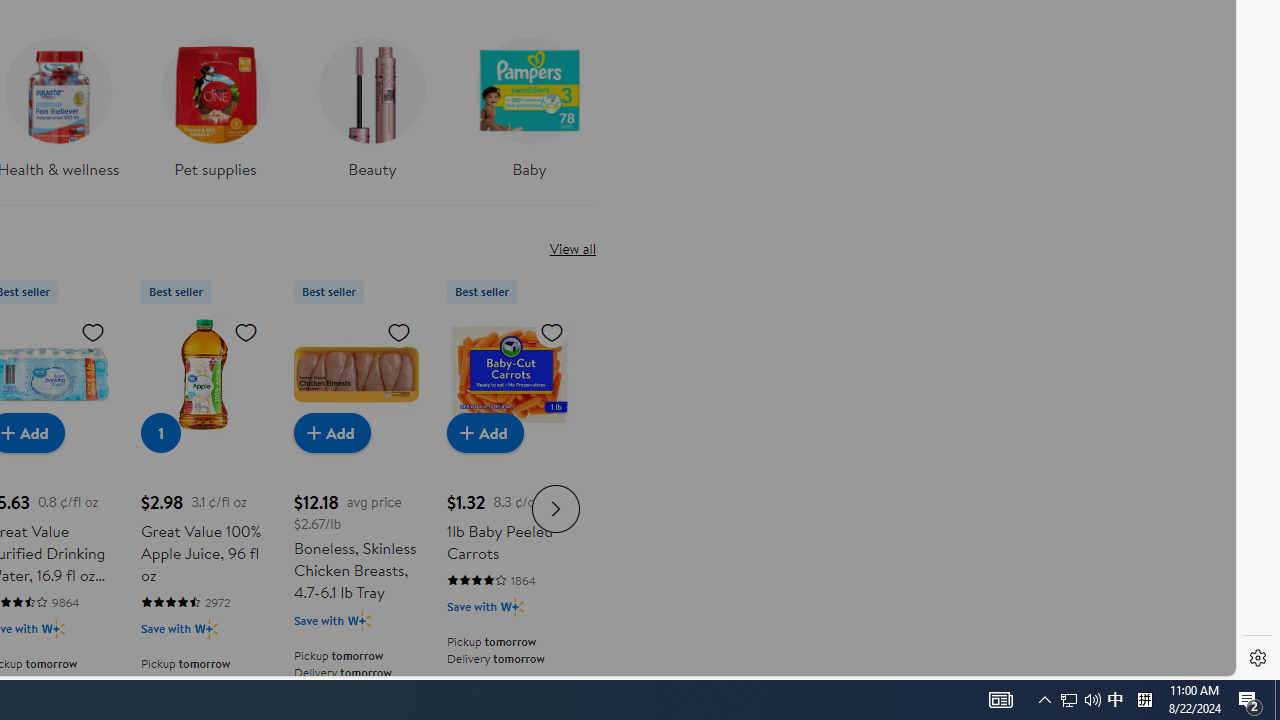 This screenshot has height=720, width=1280. What do you see at coordinates (485, 431) in the screenshot?
I see `'Add to cart - 1lb Baby Peeled Carrots'` at bounding box center [485, 431].